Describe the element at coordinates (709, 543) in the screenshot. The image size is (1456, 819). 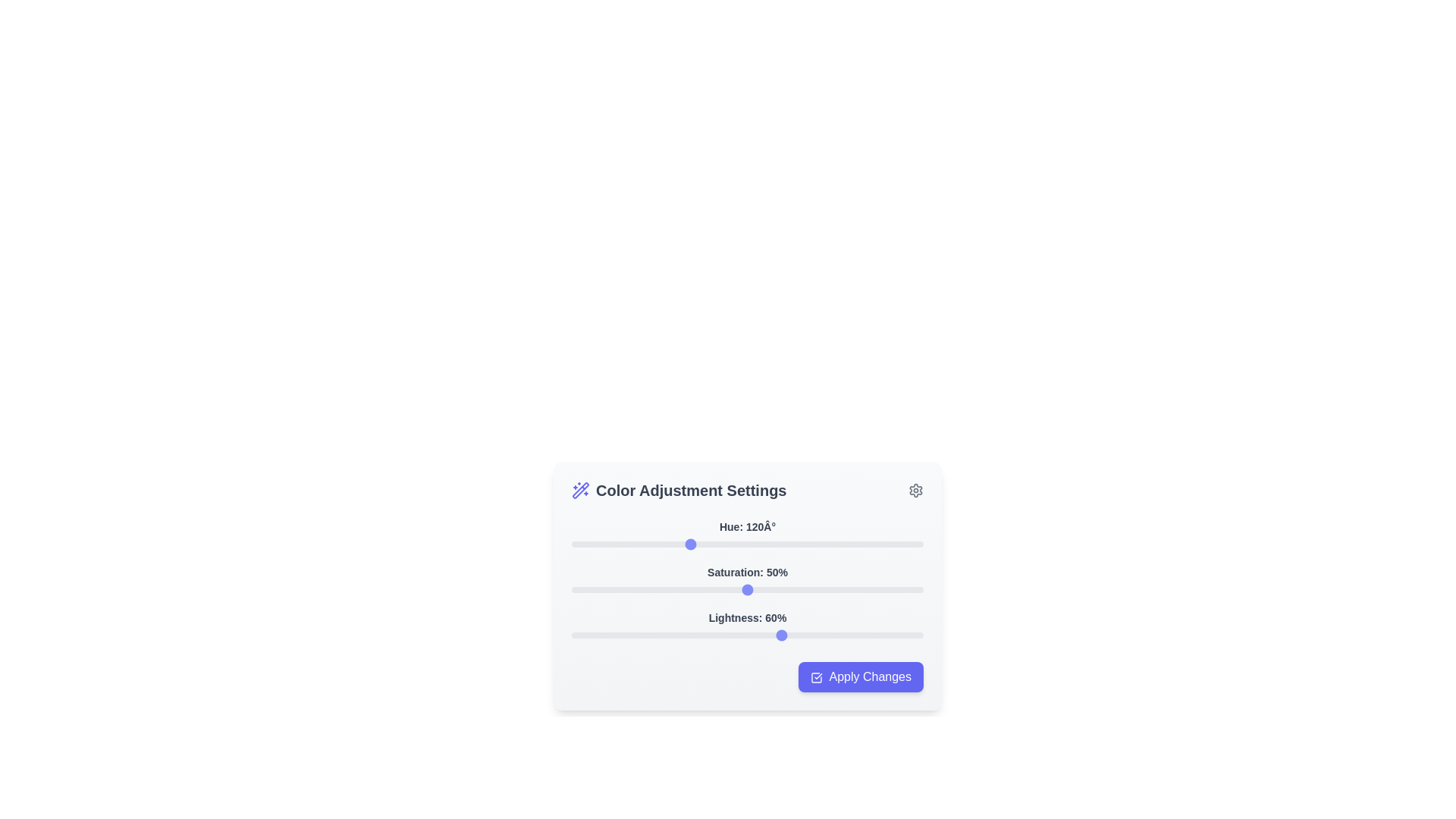
I see `hue` at that location.